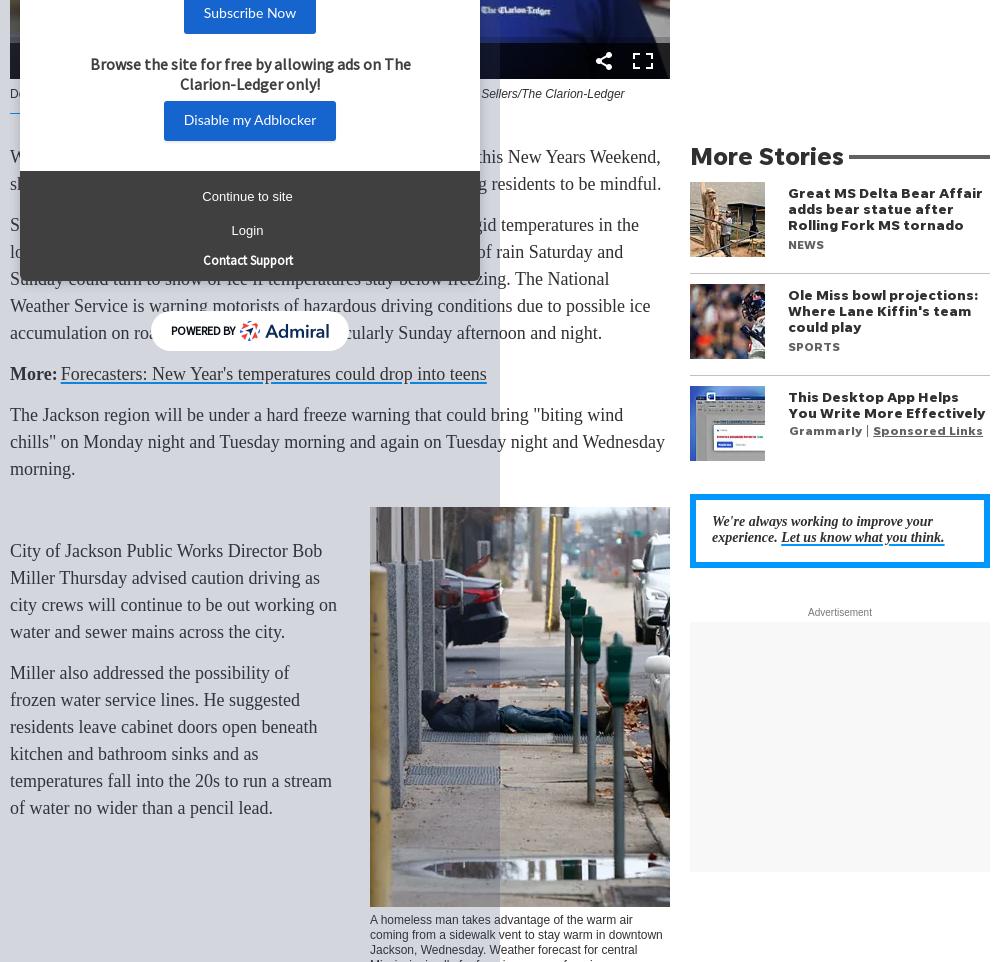  Describe the element at coordinates (248, 120) in the screenshot. I see `'Disable my Adblocker'` at that location.